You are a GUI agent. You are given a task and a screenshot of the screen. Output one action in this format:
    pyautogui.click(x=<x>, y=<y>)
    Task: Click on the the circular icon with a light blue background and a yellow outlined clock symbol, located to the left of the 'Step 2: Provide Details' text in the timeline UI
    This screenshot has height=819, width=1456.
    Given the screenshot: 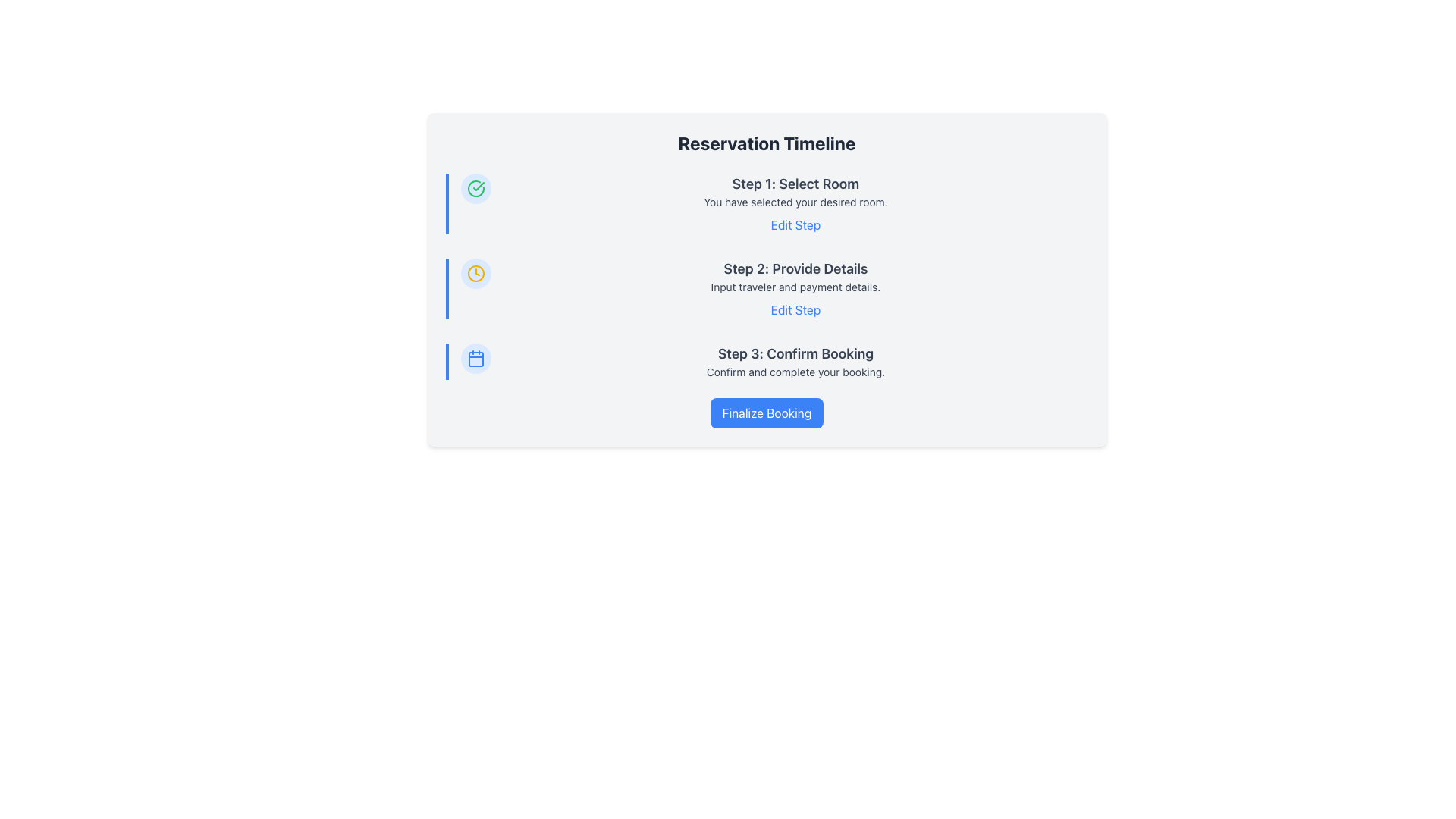 What is the action you would take?
    pyautogui.click(x=475, y=274)
    